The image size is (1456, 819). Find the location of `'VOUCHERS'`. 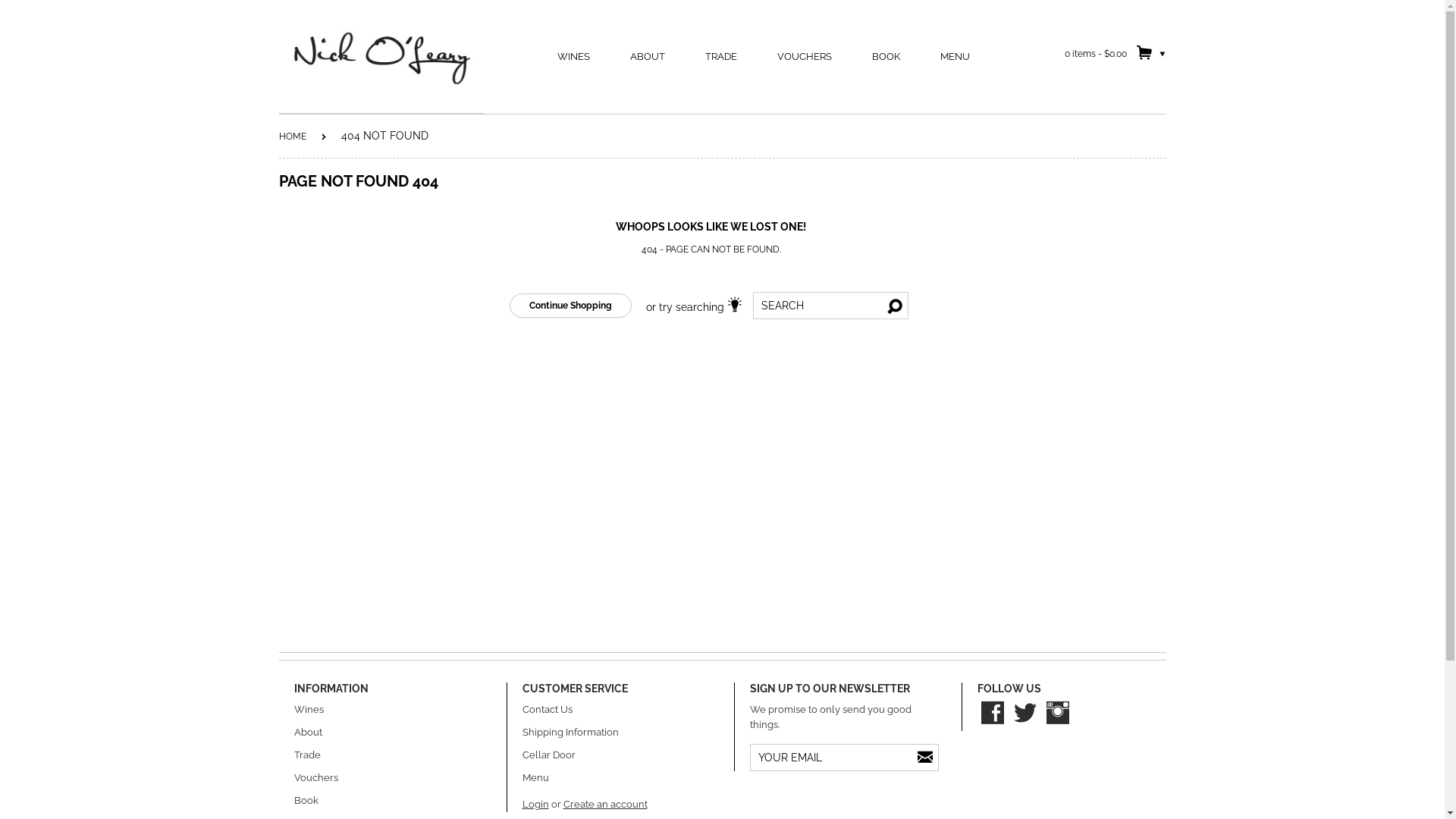

'VOUCHERS' is located at coordinates (803, 55).